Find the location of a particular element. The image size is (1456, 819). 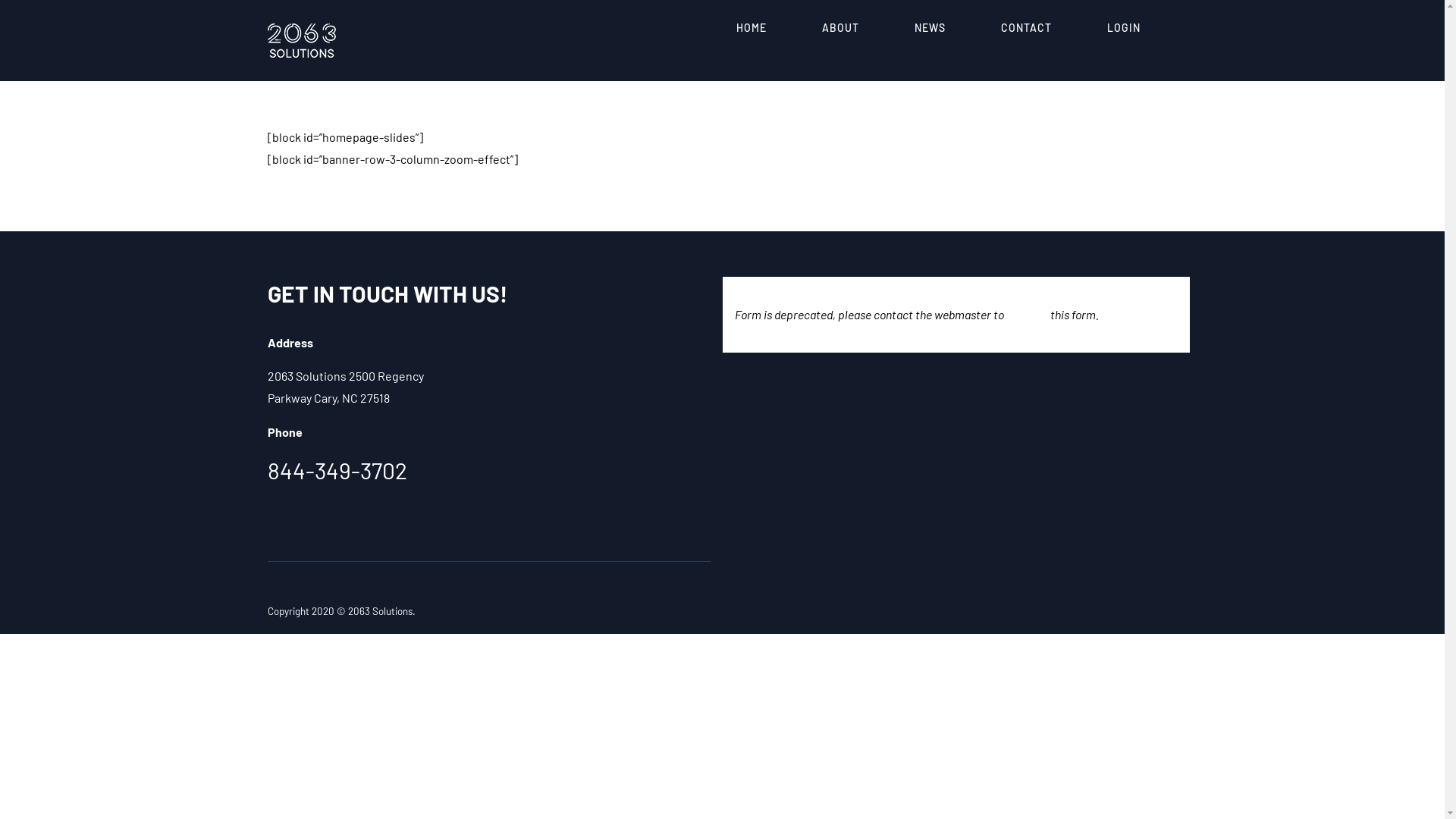

'CONTACT' is located at coordinates (1026, 28).